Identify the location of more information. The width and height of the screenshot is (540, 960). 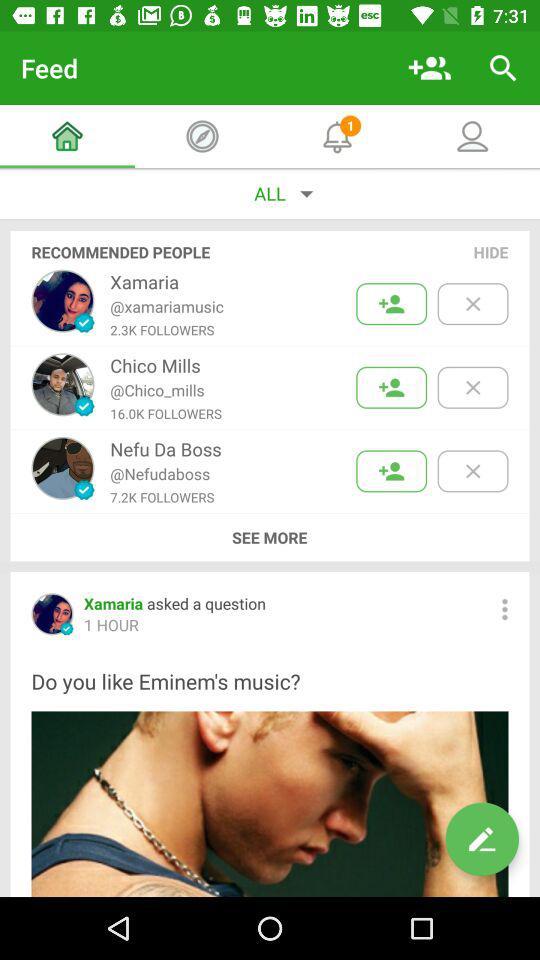
(503, 608).